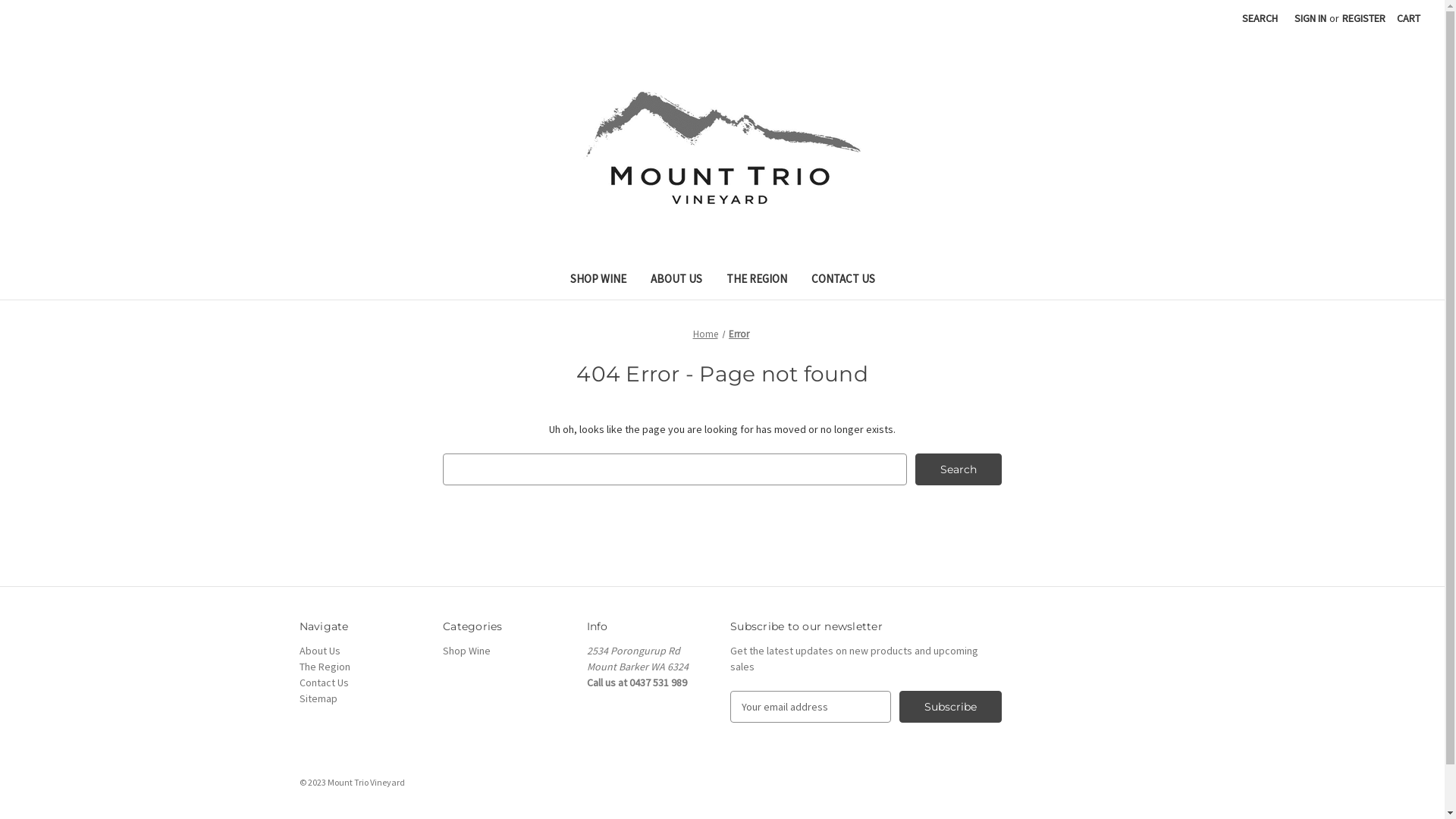 The image size is (1456, 819). I want to click on 'CART', so click(1388, 18).